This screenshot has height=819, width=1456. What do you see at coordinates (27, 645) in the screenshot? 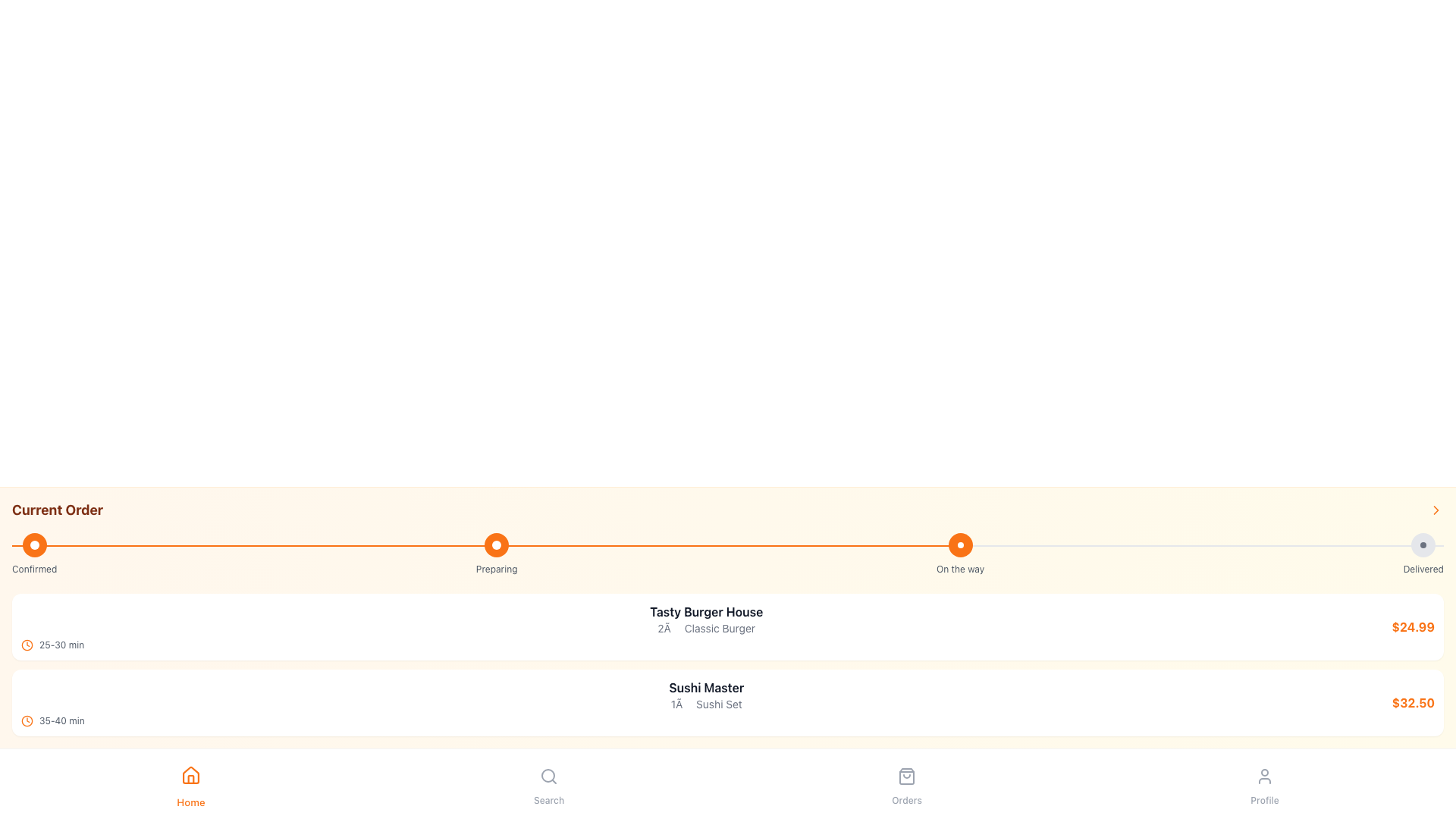
I see `the estimated delivery time icon located at the start of the '25-30 min' text block, which provides a visual cue for the time estimate of the order` at bounding box center [27, 645].